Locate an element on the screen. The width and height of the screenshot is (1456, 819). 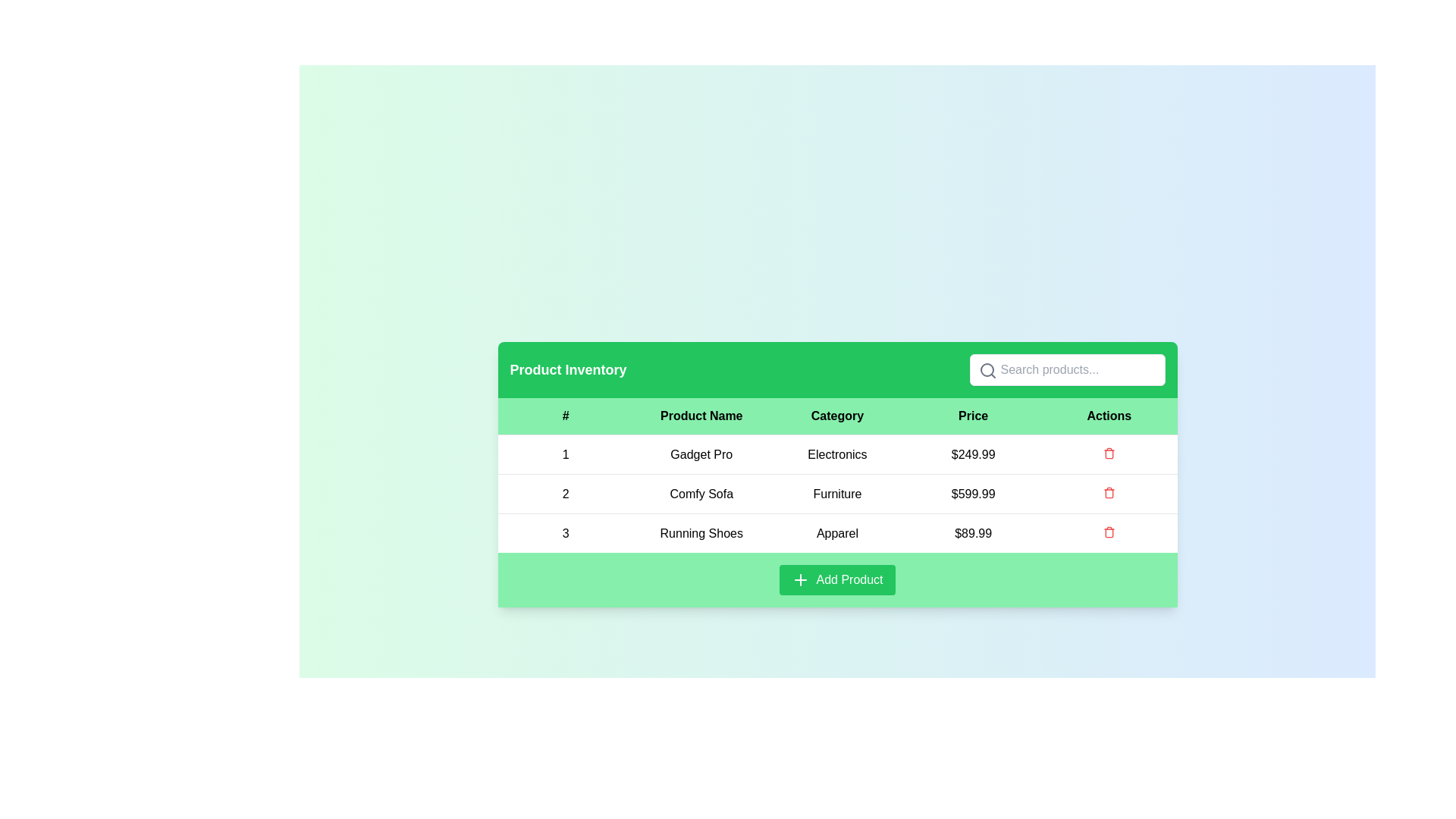
the delete button in the Actions column of the second row for the 'Comfy Sofa' product entry is located at coordinates (1109, 493).